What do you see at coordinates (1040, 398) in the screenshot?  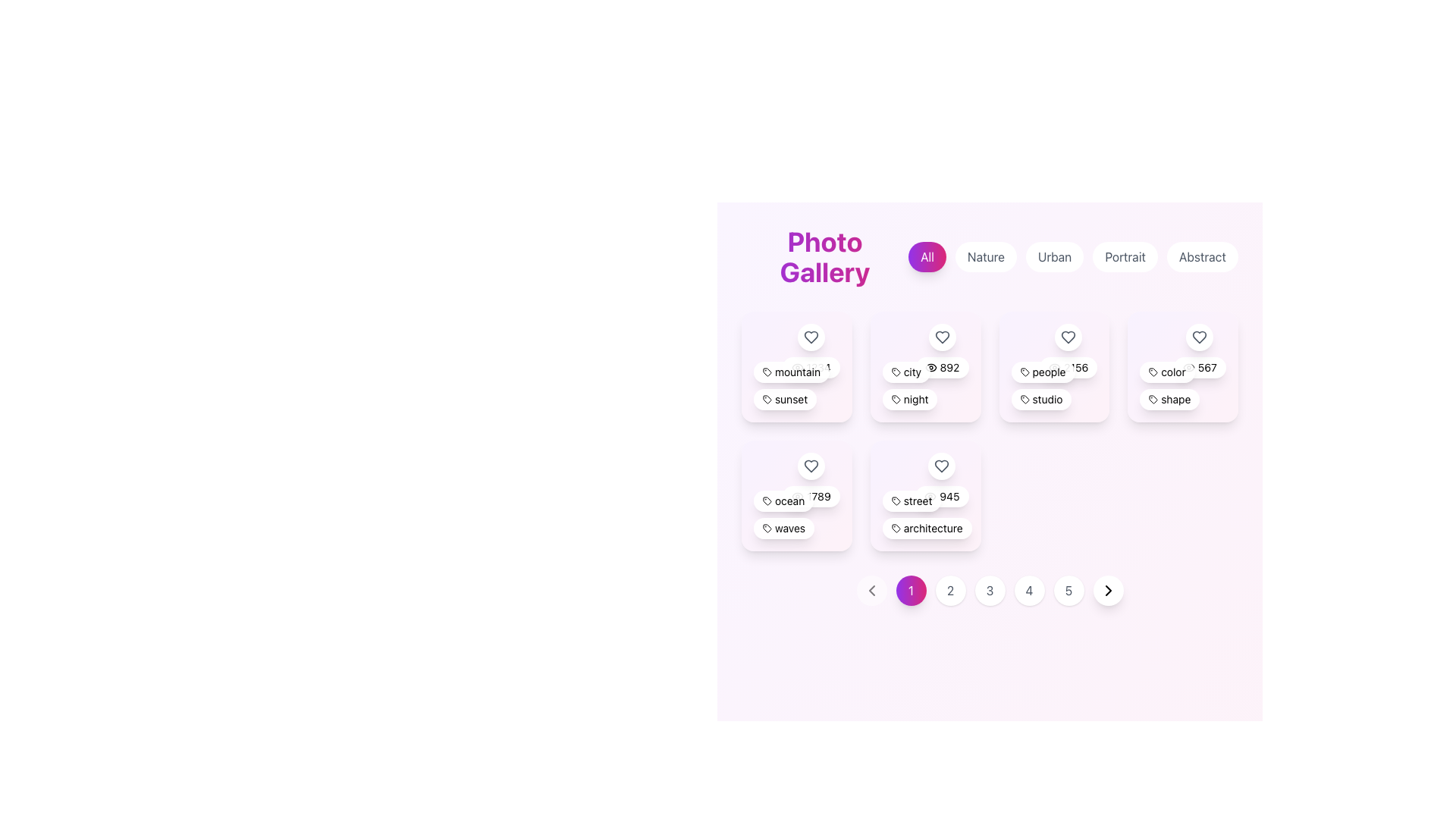 I see `the second tag in the third column of the grid layout, located below the 'people' tag` at bounding box center [1040, 398].